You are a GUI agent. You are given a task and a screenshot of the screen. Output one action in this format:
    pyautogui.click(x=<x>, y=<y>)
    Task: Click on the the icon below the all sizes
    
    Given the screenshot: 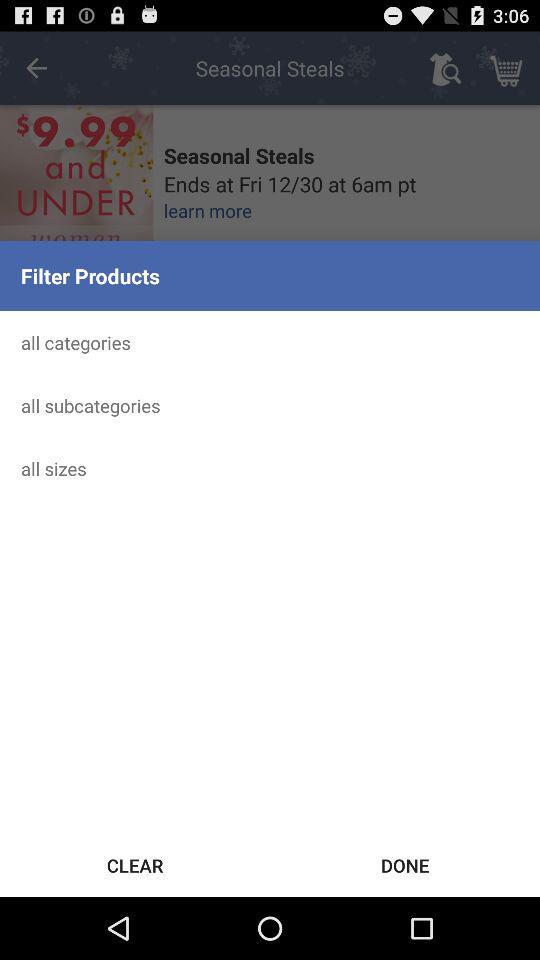 What is the action you would take?
    pyautogui.click(x=405, y=864)
    